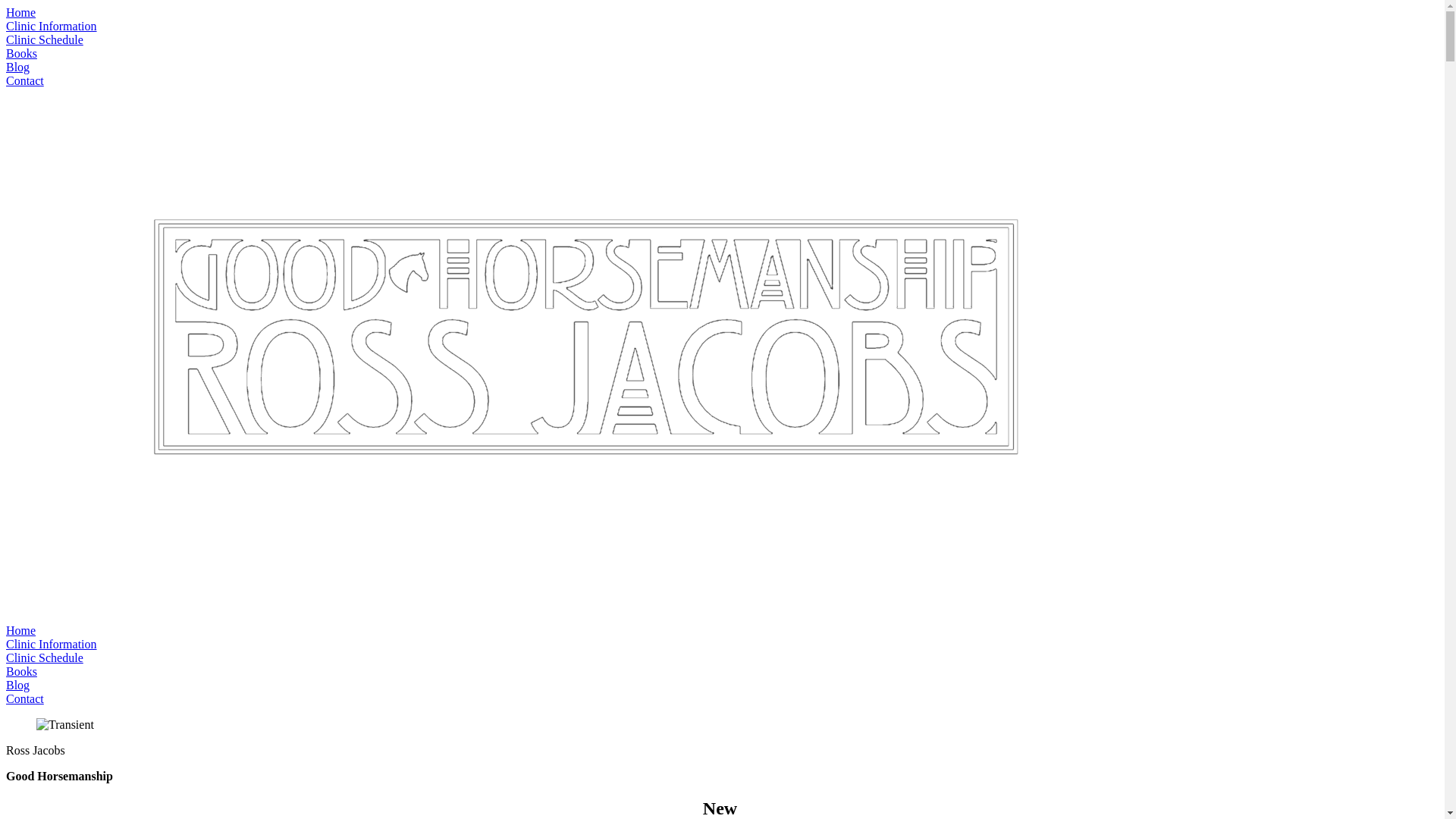  I want to click on 'Blog', so click(17, 685).